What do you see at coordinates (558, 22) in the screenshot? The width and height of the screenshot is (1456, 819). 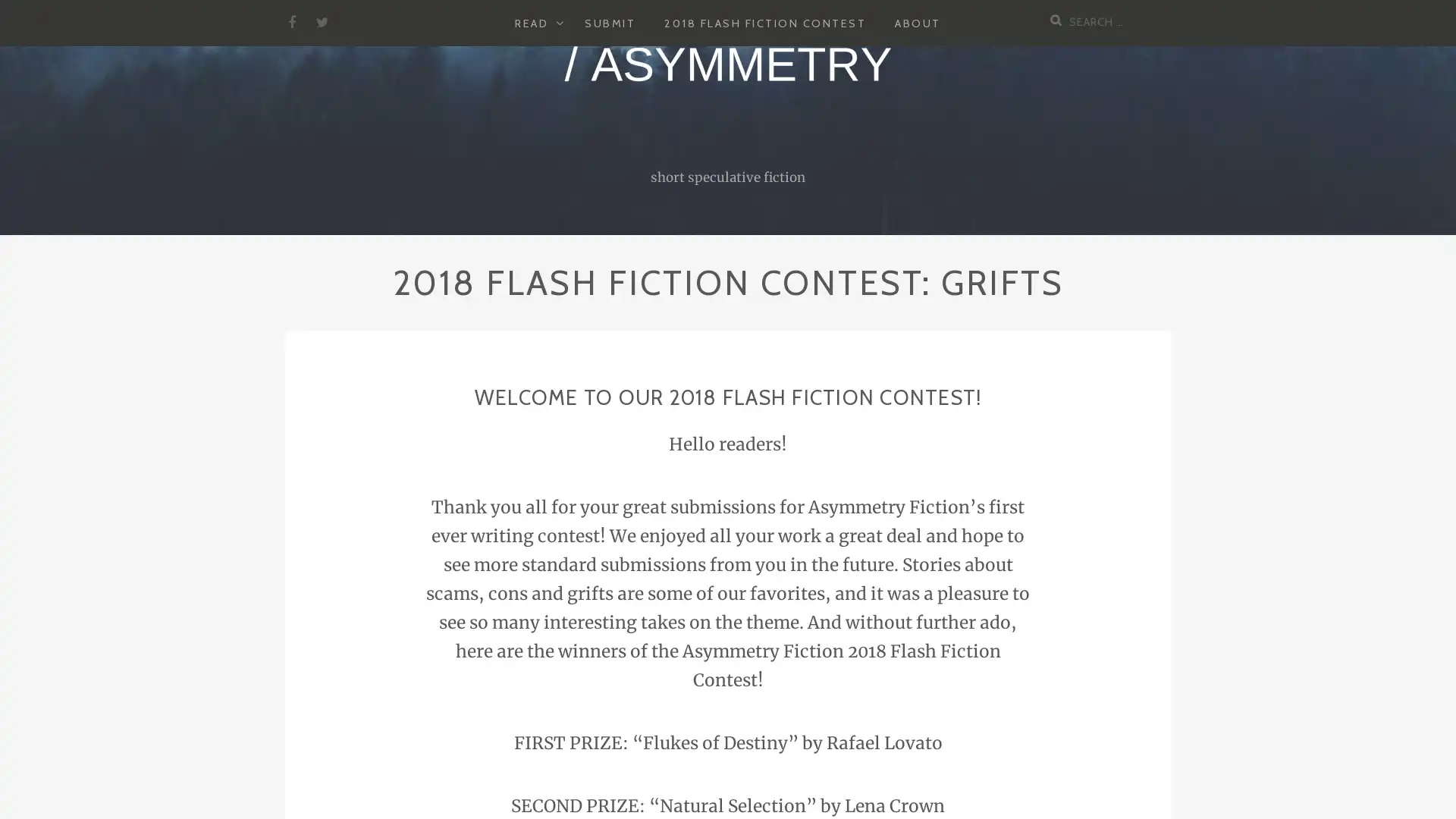 I see `EXPAND CHILD MENU` at bounding box center [558, 22].